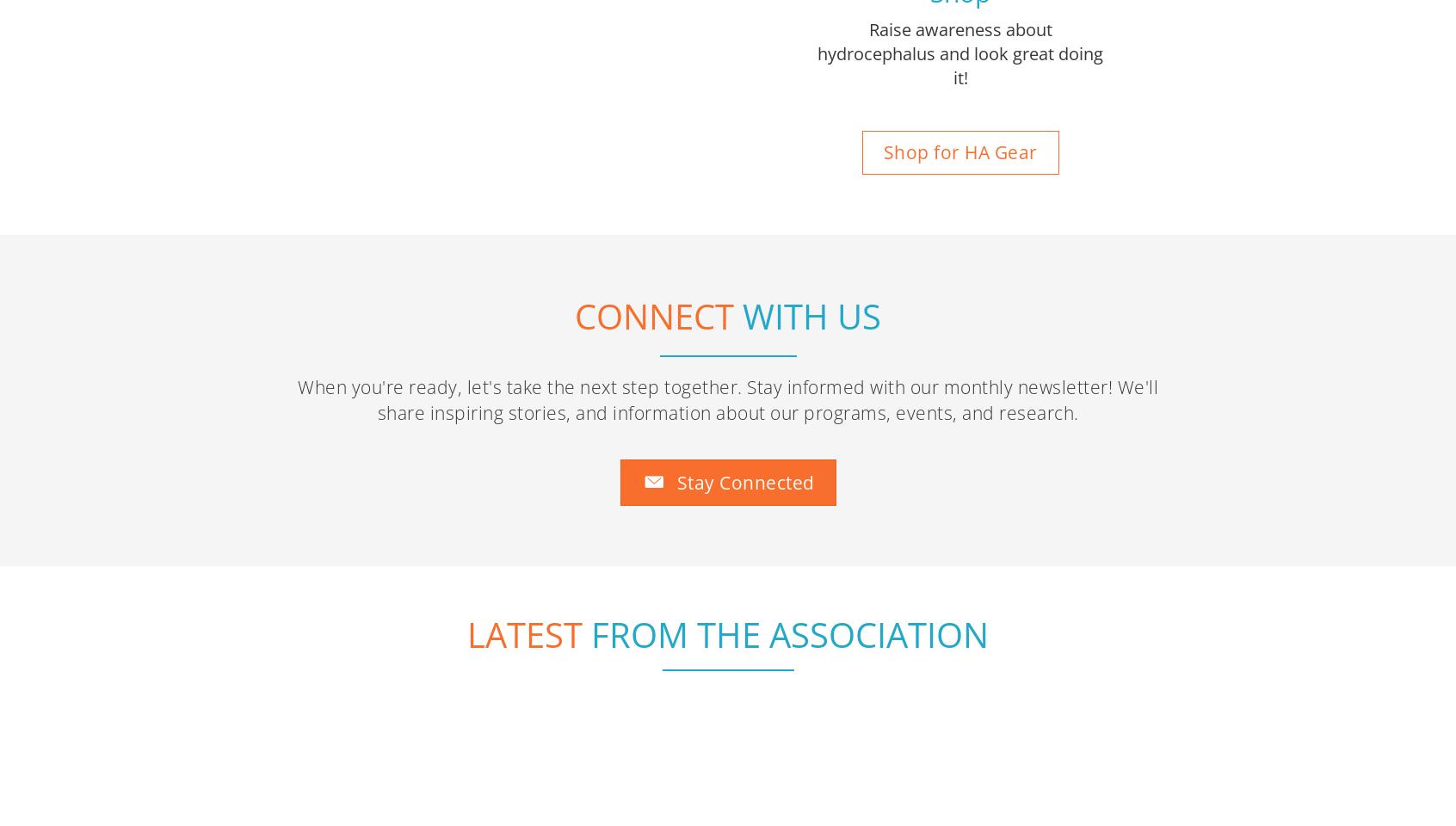  Describe the element at coordinates (297, 179) in the screenshot. I see `'When you're ready, let's take the next step together. Stay informed with our monthly newsletter! We'll share inspiring stories, and information about our programs, events, and research.'` at that location.